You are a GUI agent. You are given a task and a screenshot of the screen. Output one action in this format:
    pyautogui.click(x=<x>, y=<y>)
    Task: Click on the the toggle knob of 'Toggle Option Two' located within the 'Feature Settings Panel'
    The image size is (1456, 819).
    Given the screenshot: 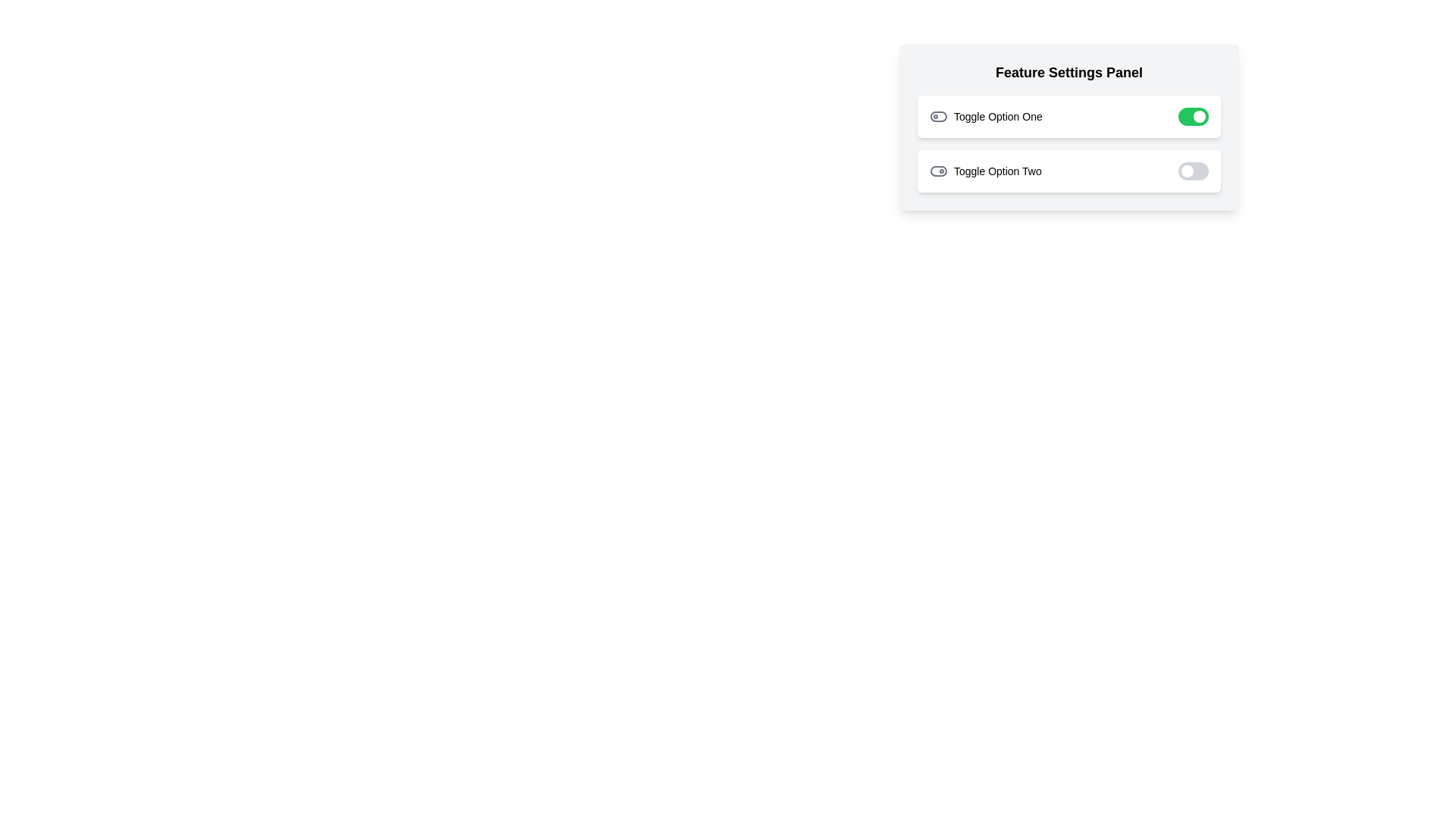 What is the action you would take?
    pyautogui.click(x=1186, y=171)
    